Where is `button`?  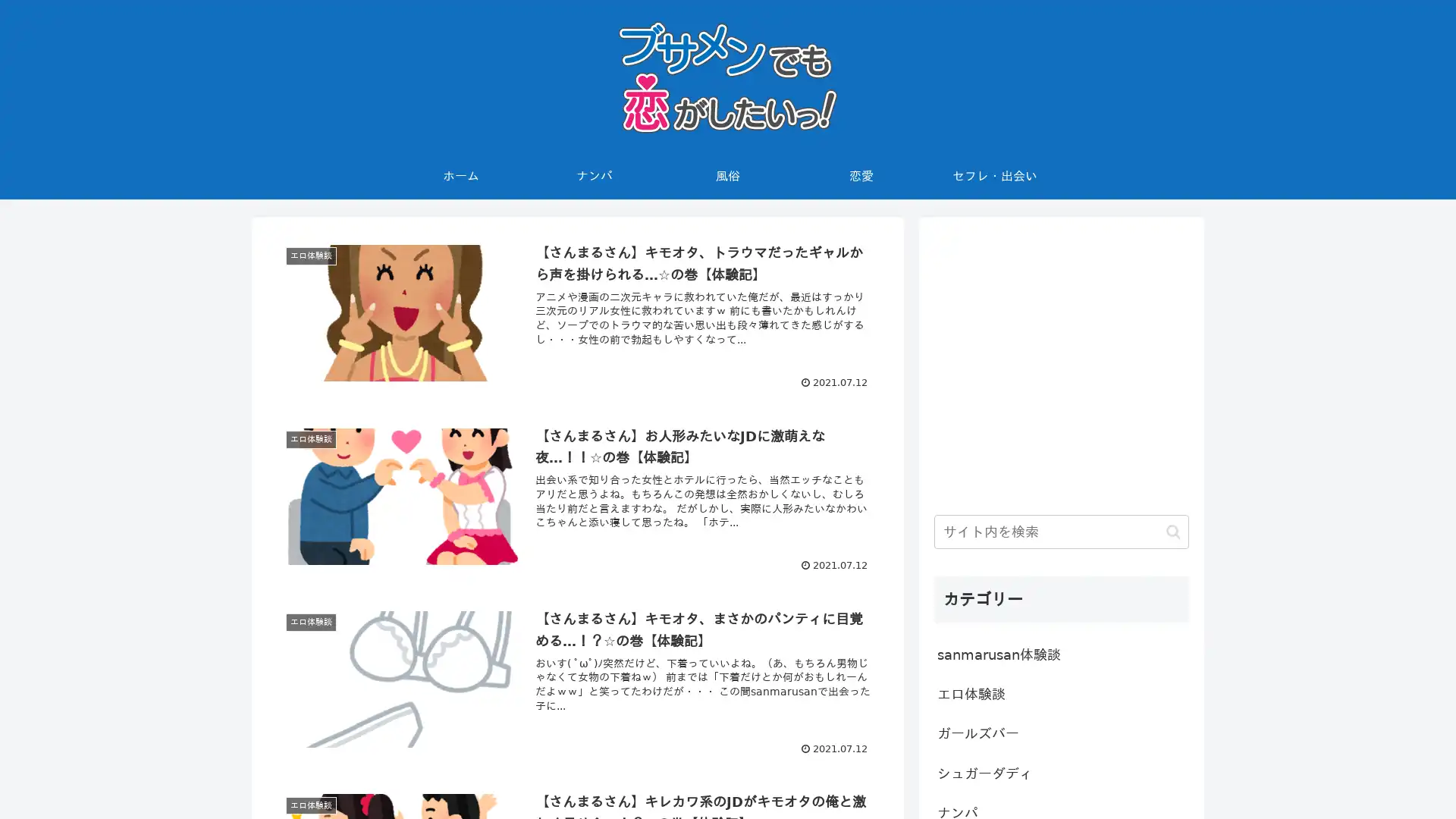 button is located at coordinates (1172, 531).